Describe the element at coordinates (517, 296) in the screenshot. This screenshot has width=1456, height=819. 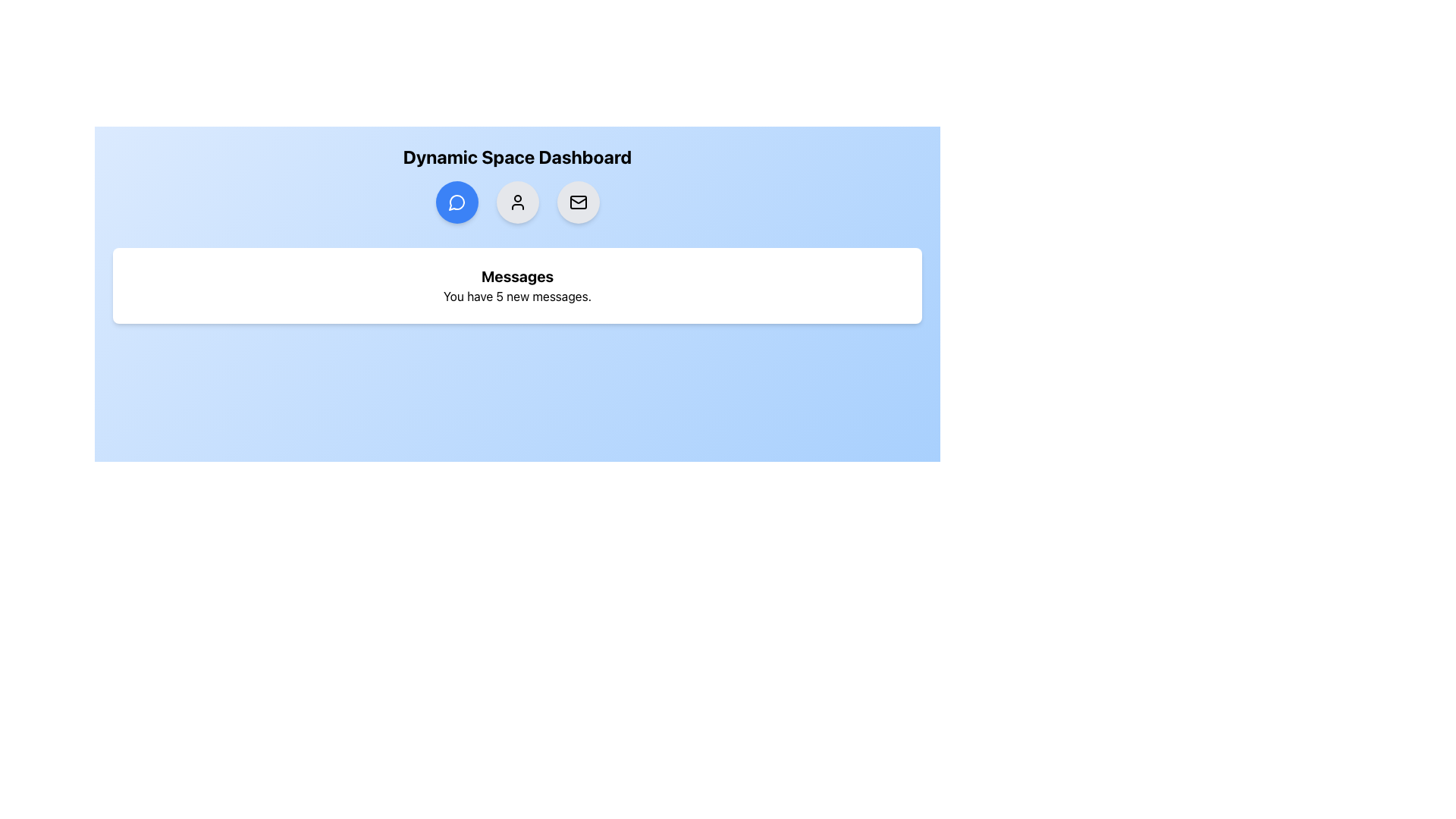
I see `the Text element that informs users about the number of new messages, located below the 'Messages' heading` at that location.